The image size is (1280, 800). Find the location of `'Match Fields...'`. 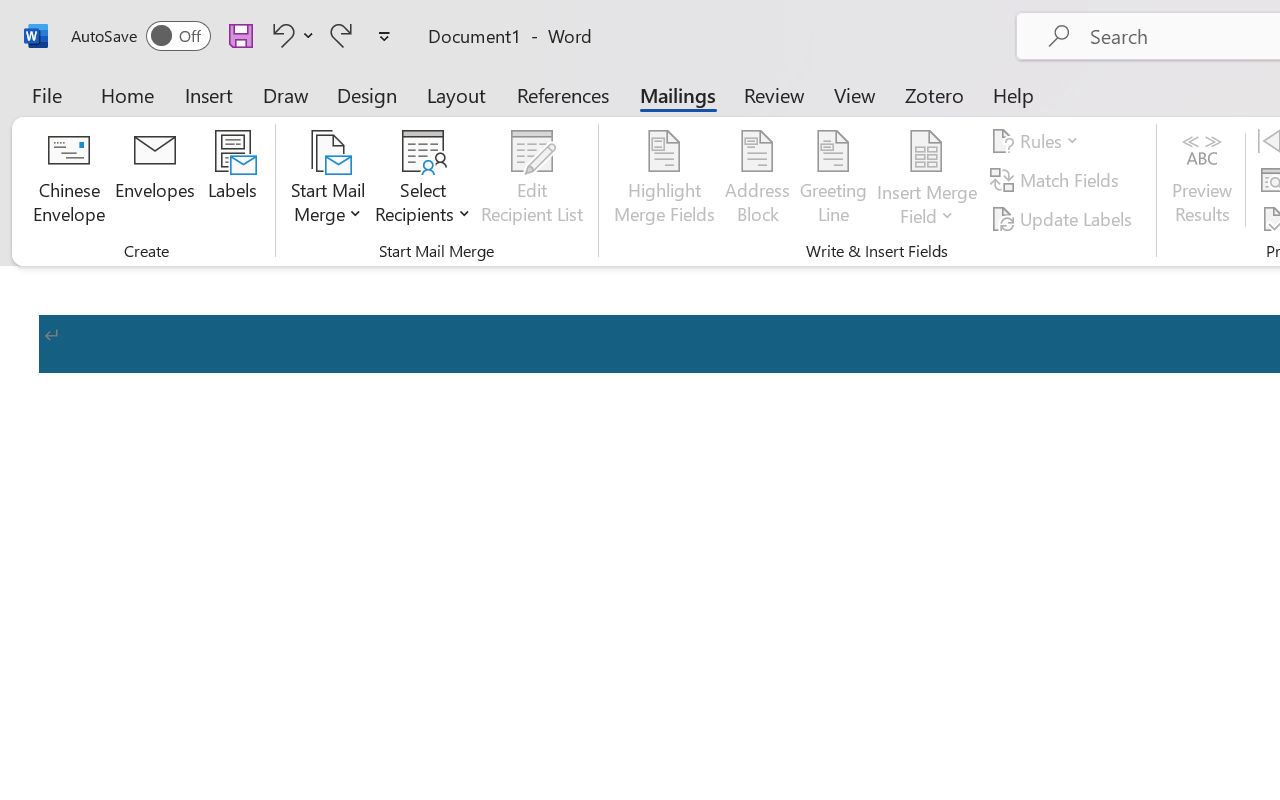

'Match Fields...' is located at coordinates (1056, 179).